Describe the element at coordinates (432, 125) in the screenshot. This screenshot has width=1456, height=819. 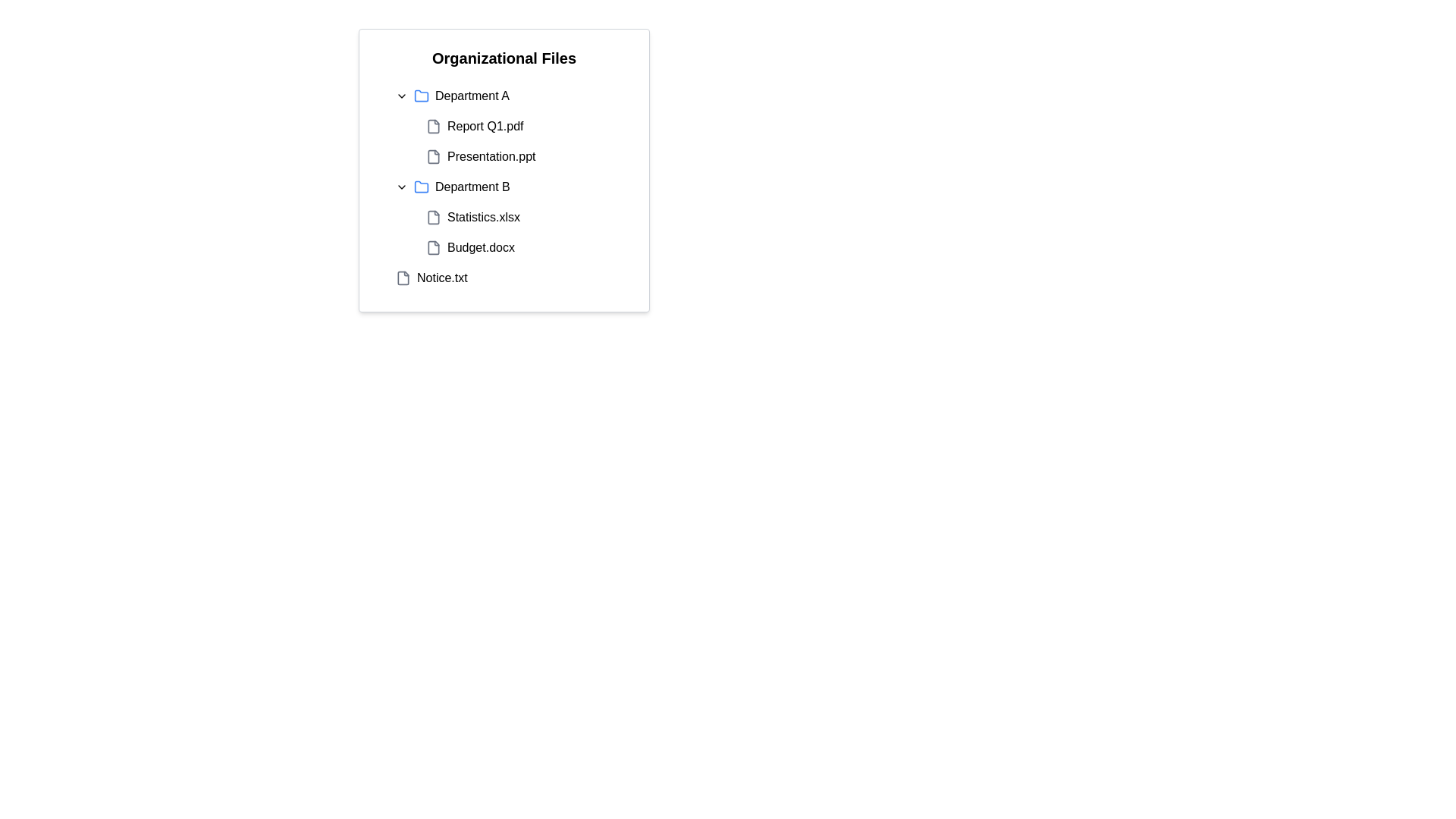
I see `the file icon indicating 'Report Q1.pdf' located in the 'Department A' section of the hierarchical file structure` at that location.